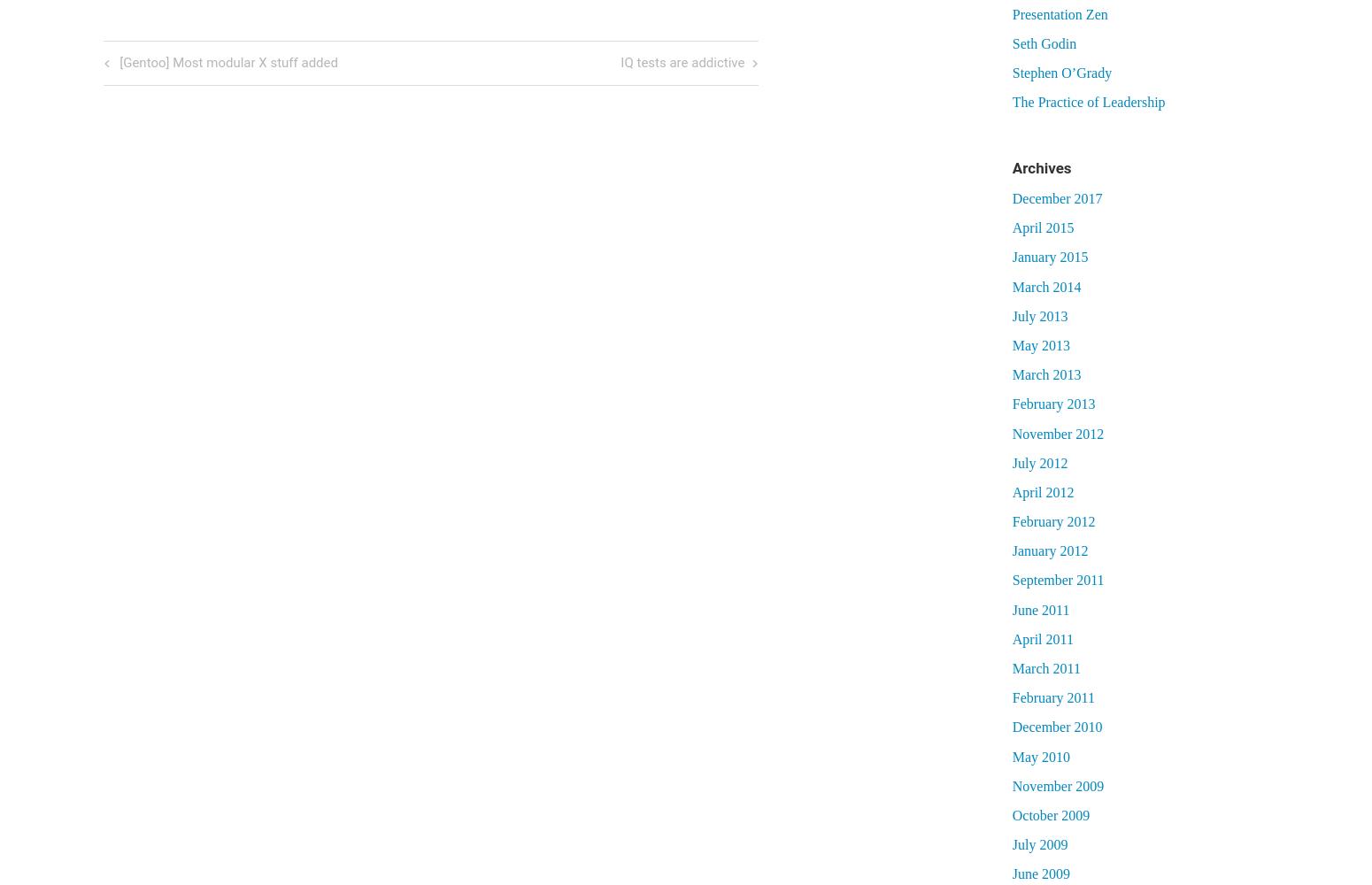 The height and width of the screenshot is (885, 1372). Describe the element at coordinates (1010, 285) in the screenshot. I see `'March 2014'` at that location.